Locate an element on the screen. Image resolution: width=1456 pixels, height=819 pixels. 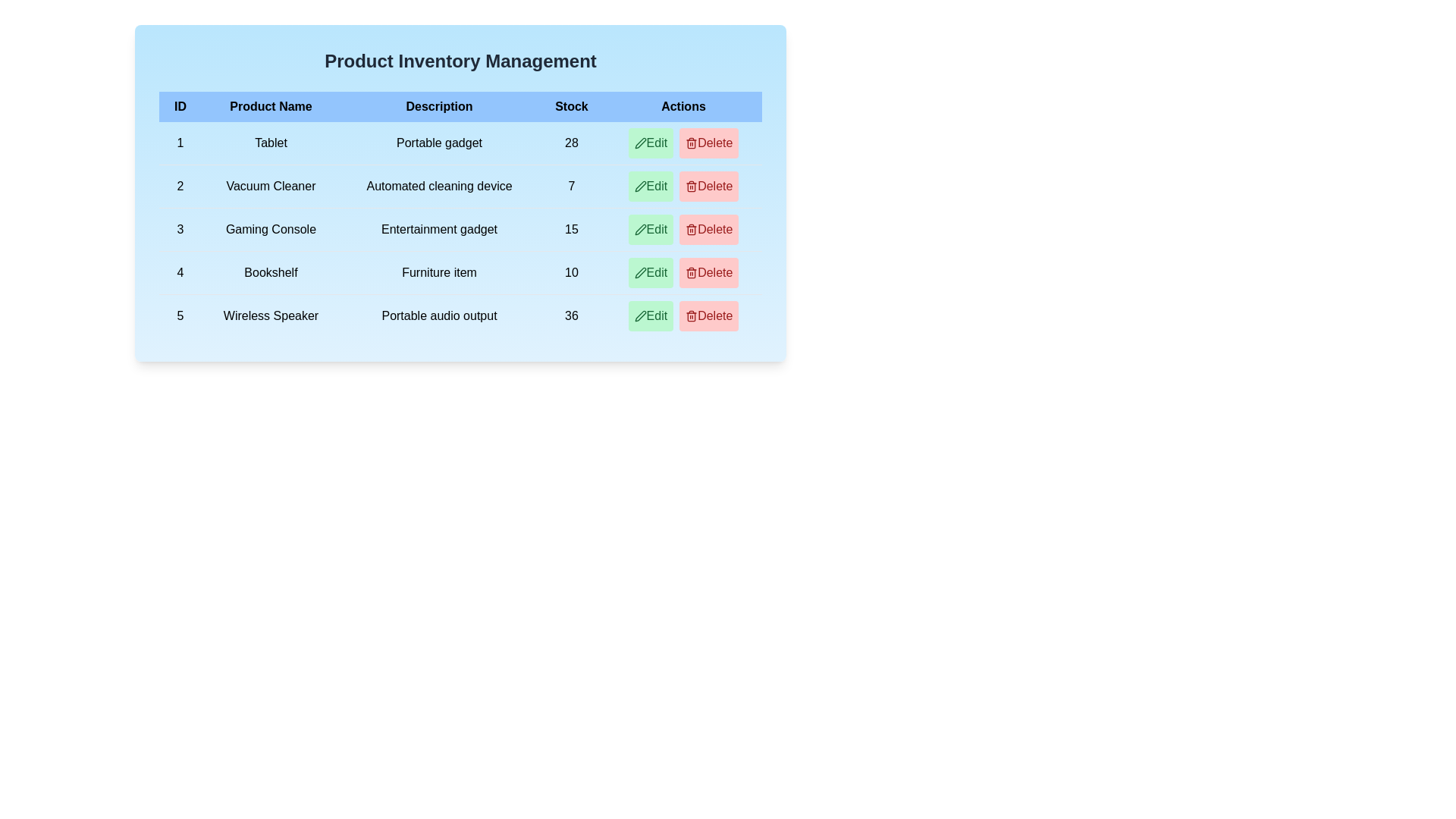
the 'Delete' button in the button group located in the 'Actions' column of the fourth row of the table, which is styled with a red background and contains a trashcan icon is located at coordinates (682, 271).